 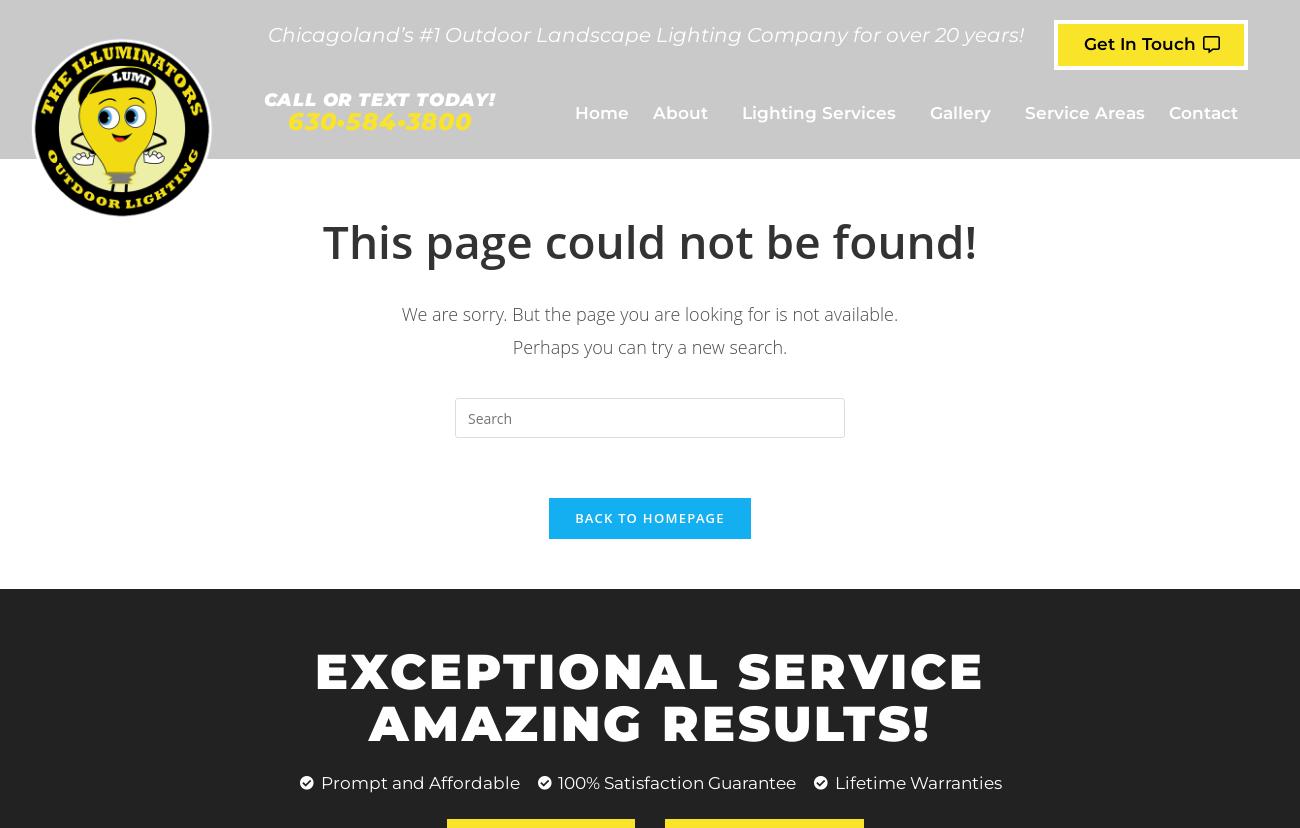 I want to click on 'Prompt and Affordable', so click(x=419, y=783).